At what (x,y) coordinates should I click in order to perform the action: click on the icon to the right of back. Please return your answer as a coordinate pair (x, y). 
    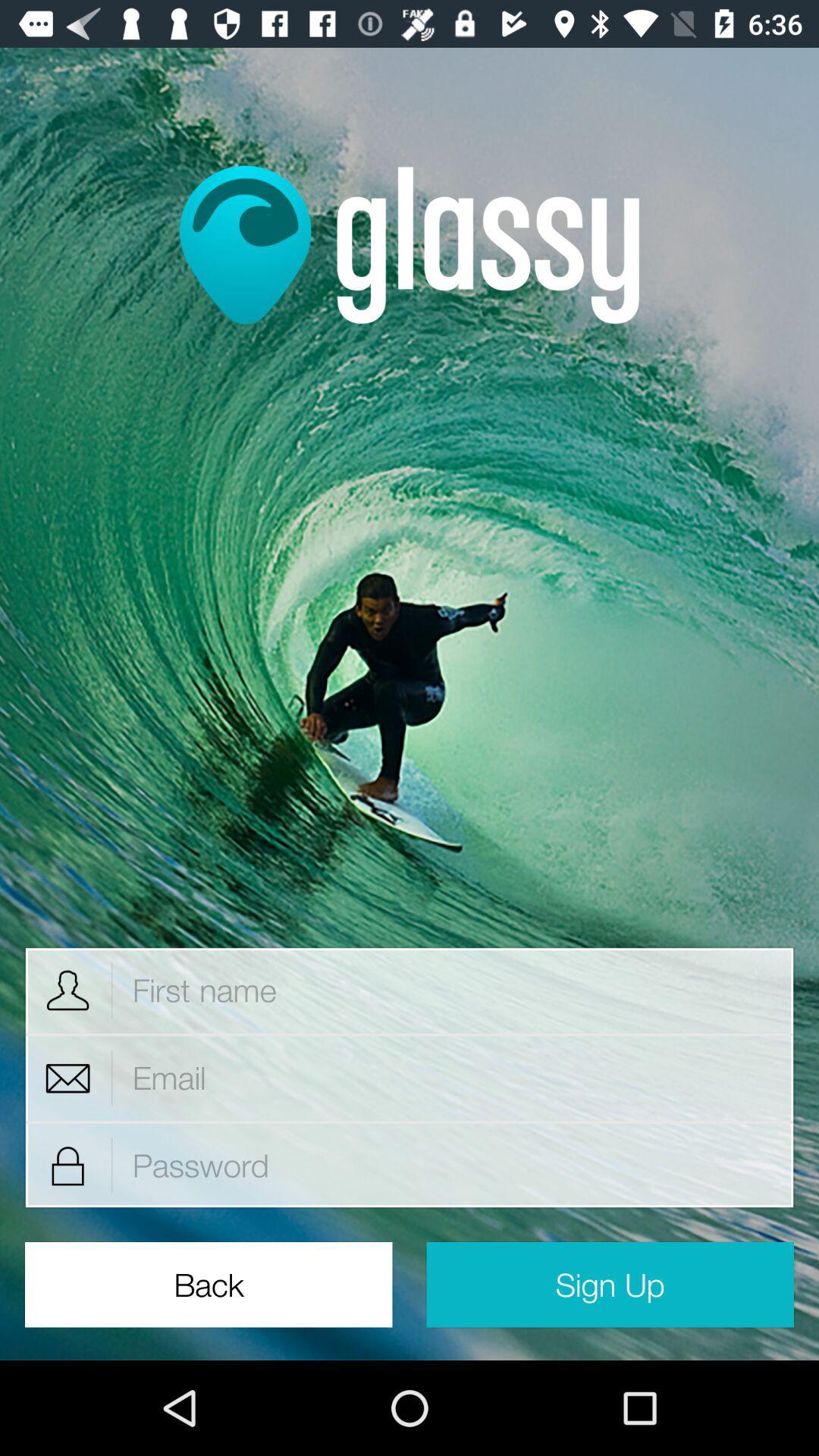
    Looking at the image, I should click on (609, 1284).